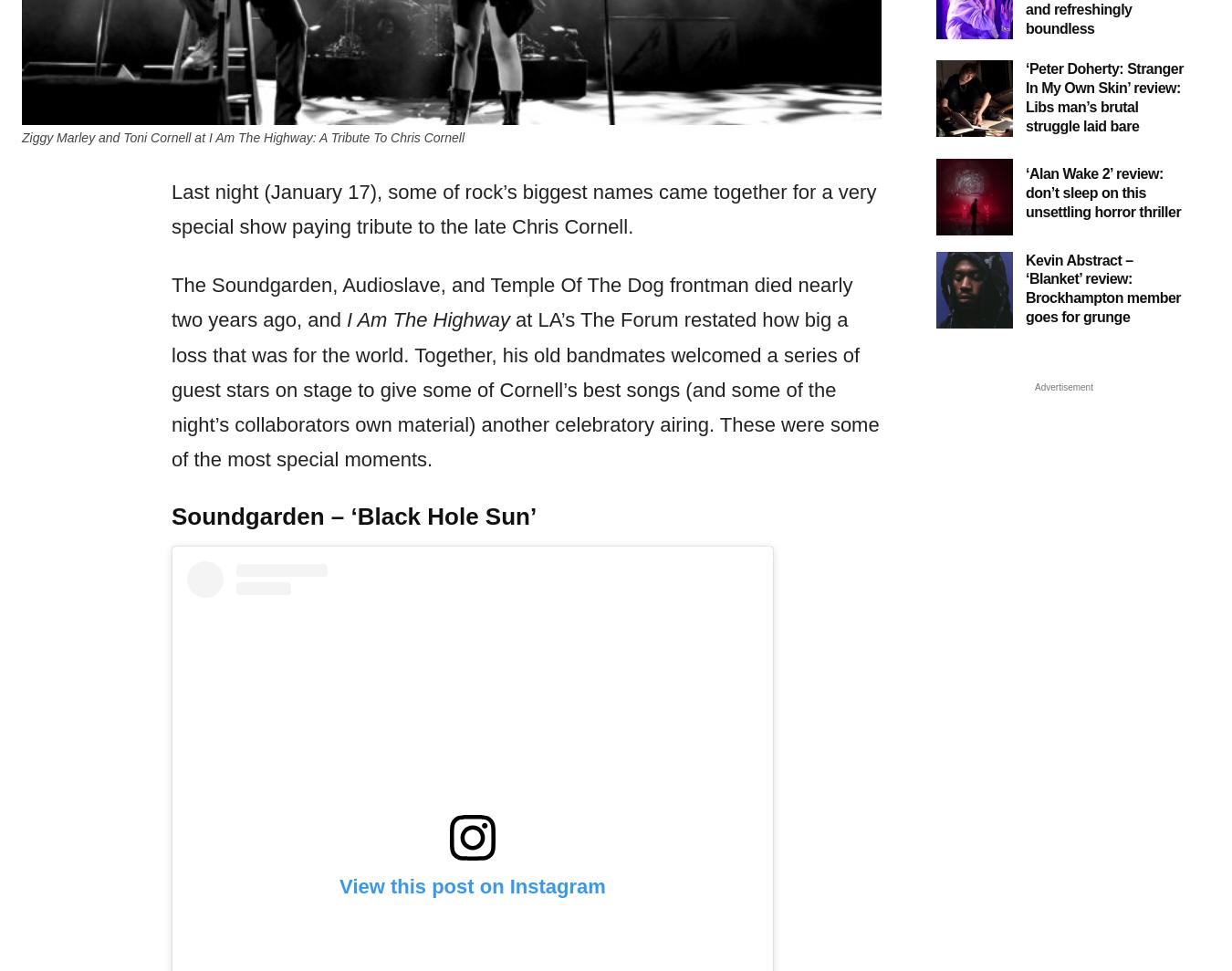 The image size is (1232, 971). I want to click on 'I Am The Highway', so click(426, 319).